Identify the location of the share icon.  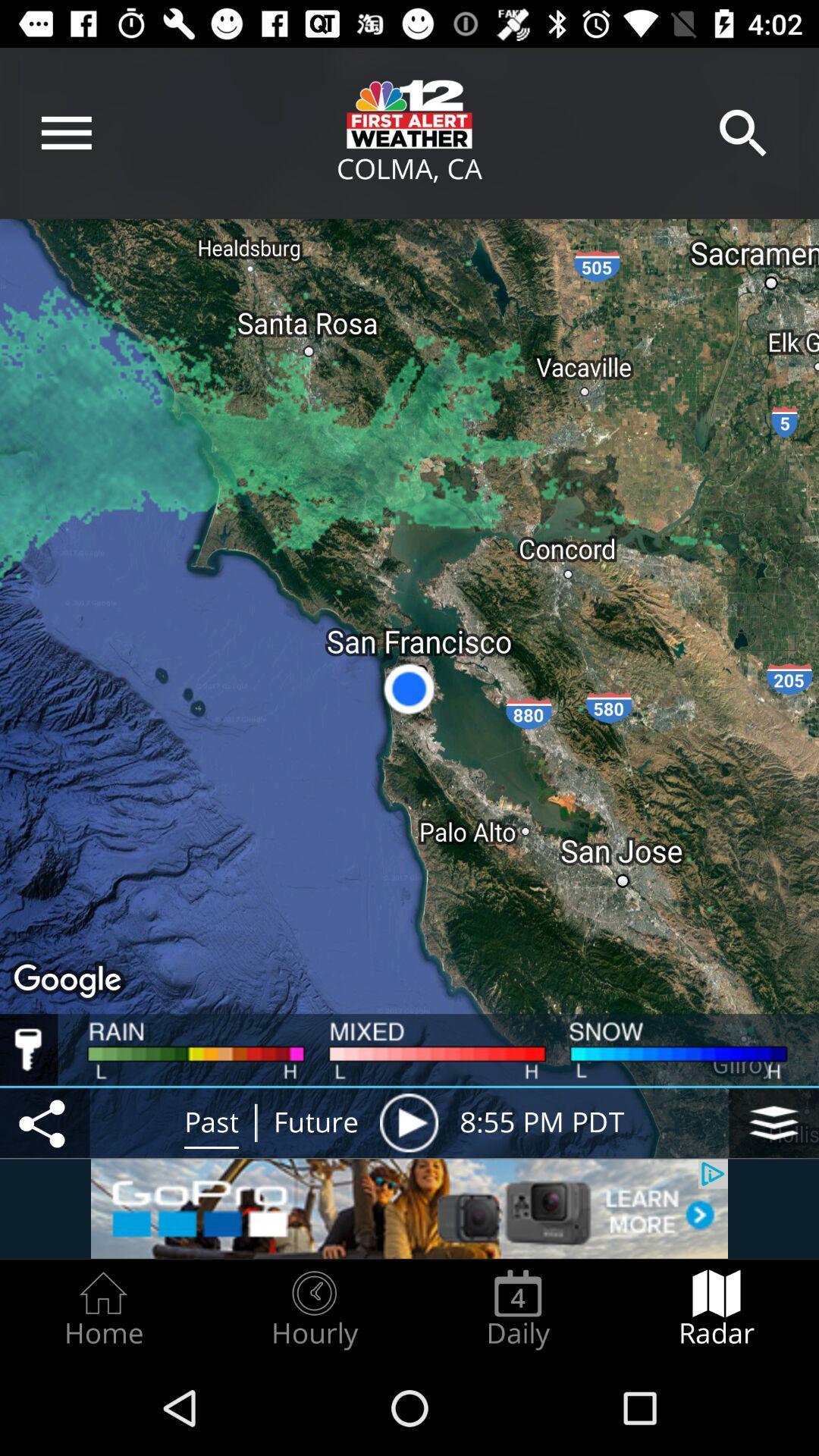
(44, 1122).